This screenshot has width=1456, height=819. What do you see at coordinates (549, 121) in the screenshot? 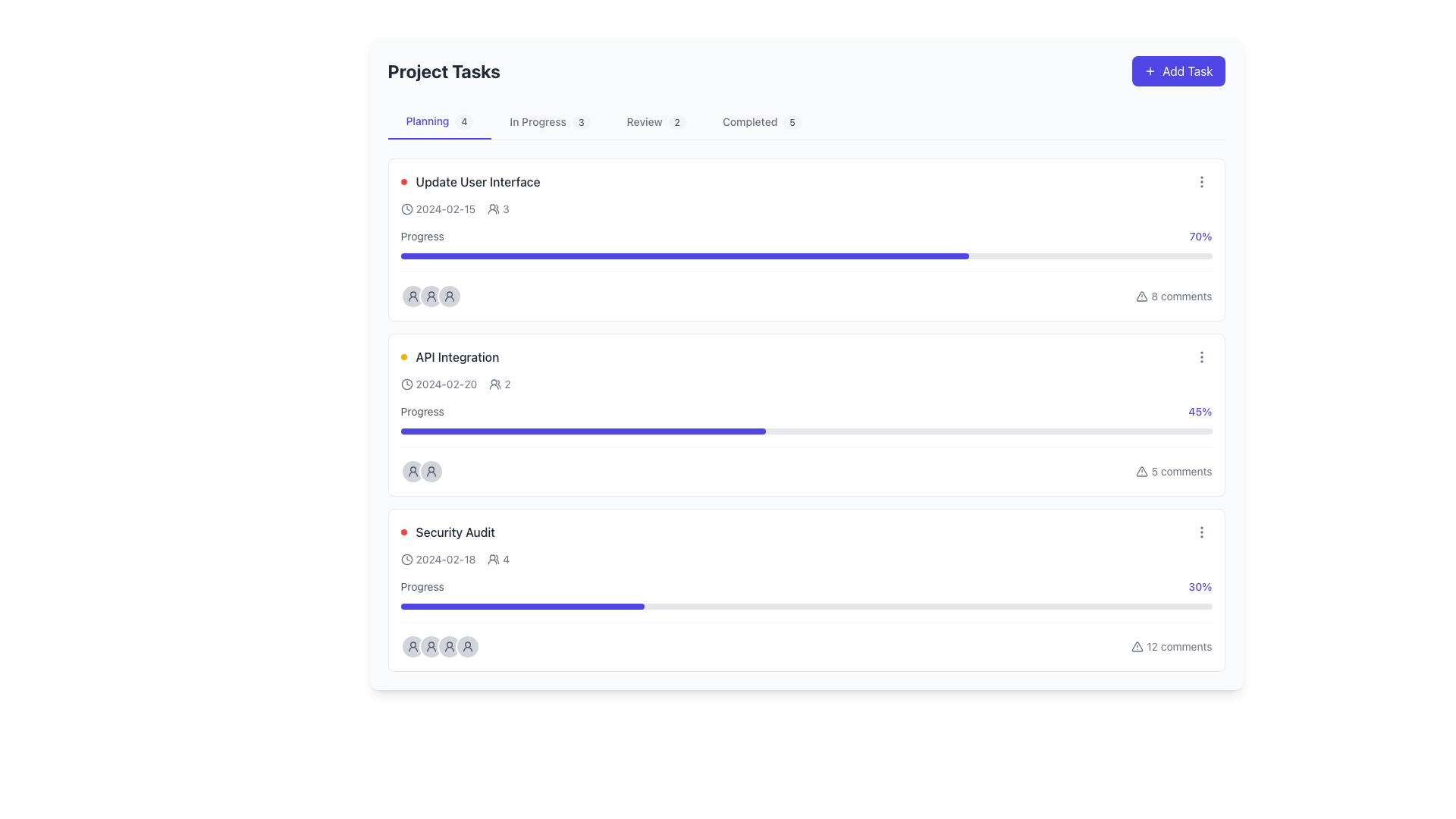
I see `the 'In Progress' navigation tab with badge to trigger style changes` at bounding box center [549, 121].